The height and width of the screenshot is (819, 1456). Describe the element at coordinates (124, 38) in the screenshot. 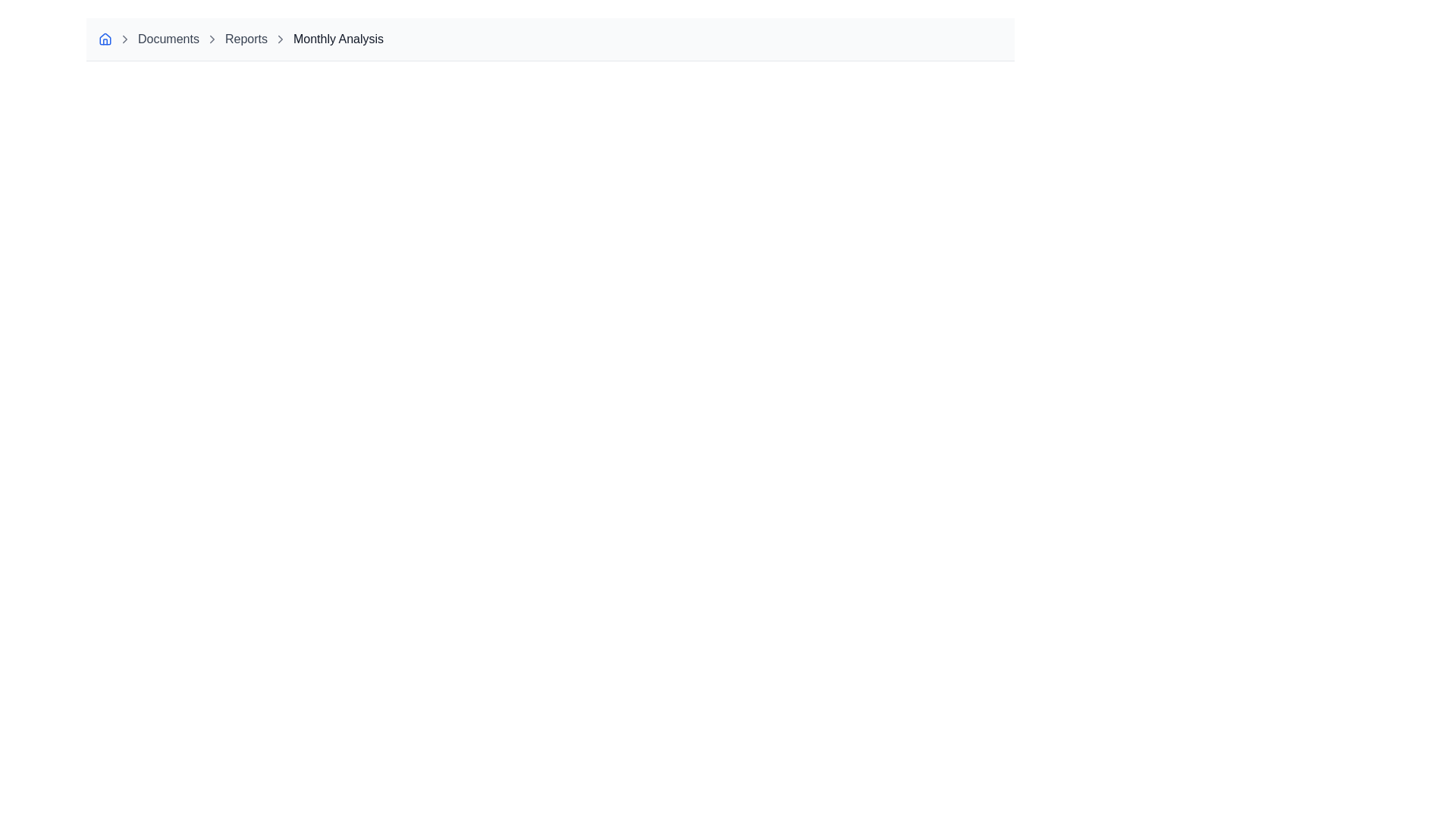

I see `the chevron icon in the breadcrumb navigation that separates 'Documents' and 'Reports' for navigation actions` at that location.